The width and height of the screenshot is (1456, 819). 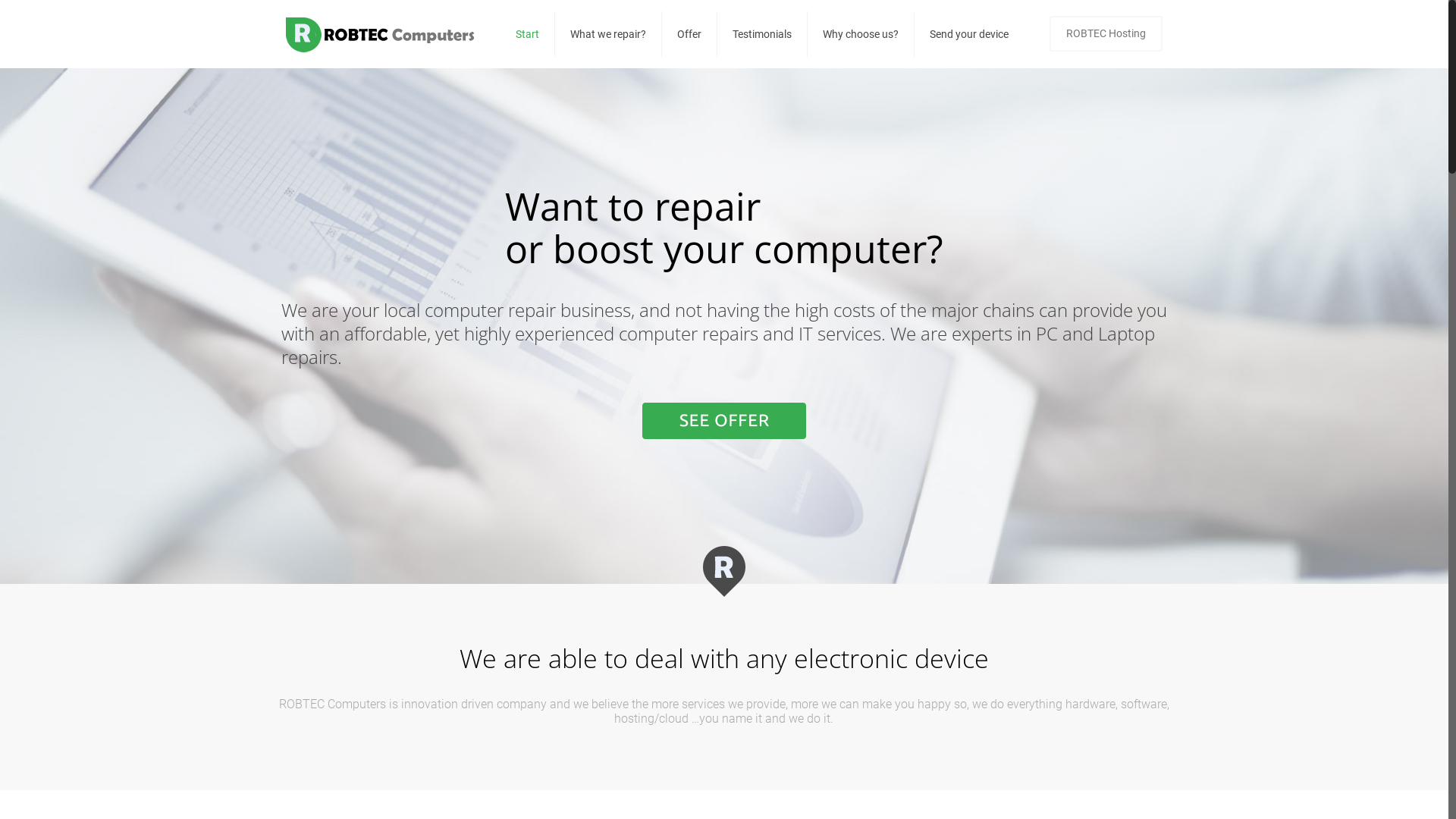 What do you see at coordinates (968, 34) in the screenshot?
I see `'Send your device'` at bounding box center [968, 34].